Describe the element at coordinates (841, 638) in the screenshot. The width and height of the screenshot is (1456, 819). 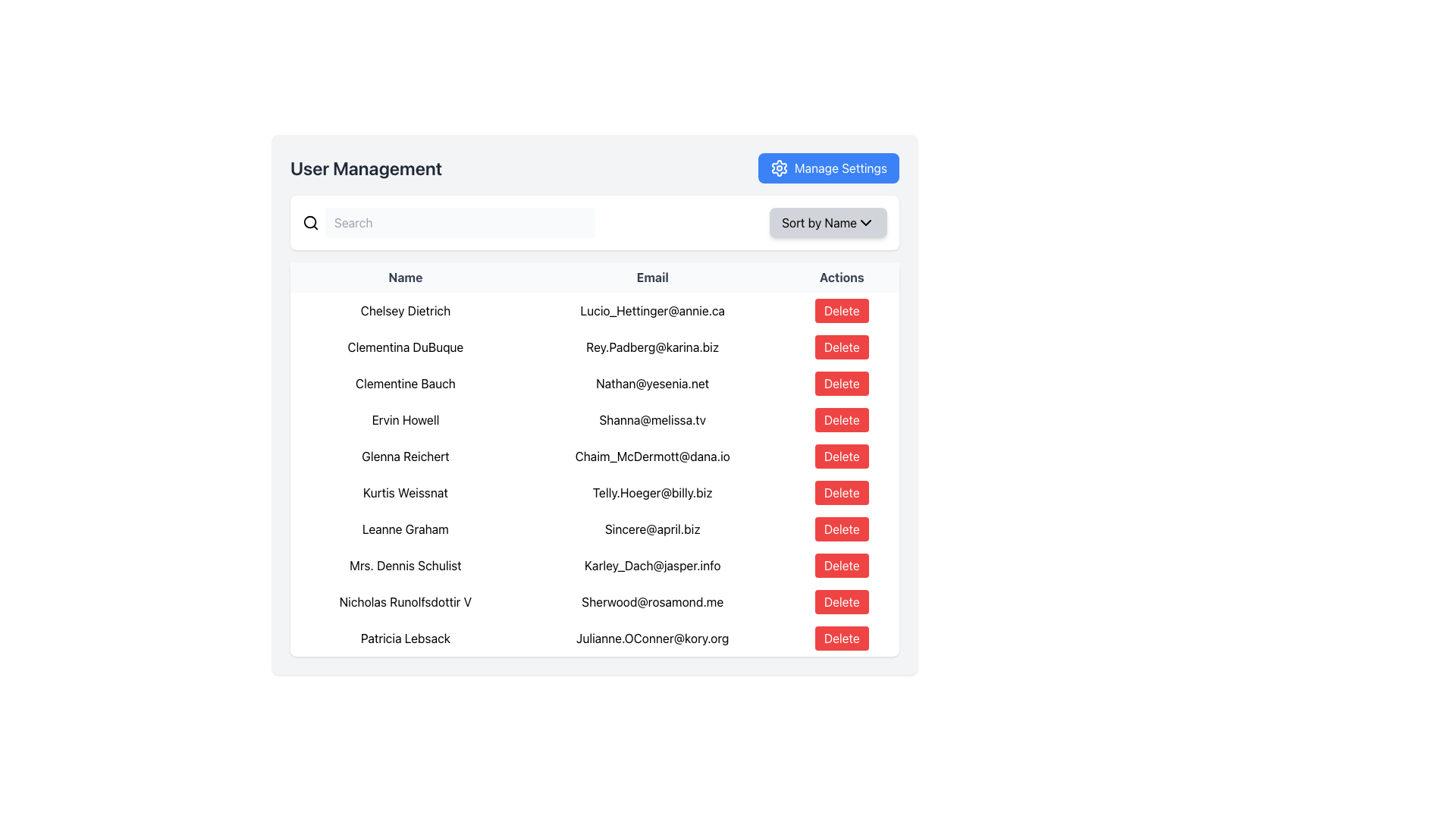
I see `the last 'Delete' button with a red background and bold white text labeled 'Delete' in the 'Actions' column, corresponding to the row for 'Patricia Lebsack'` at that location.